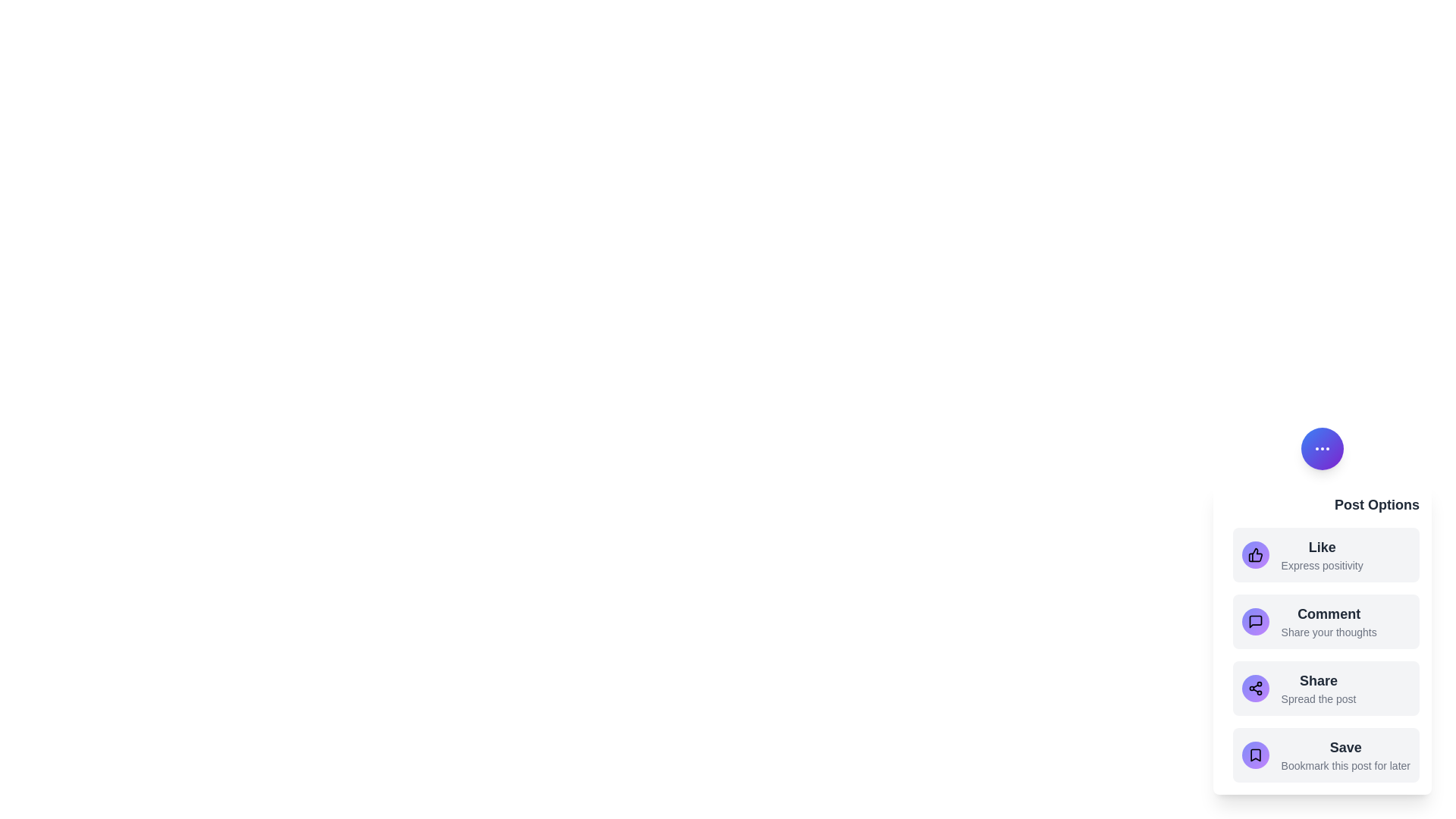 The height and width of the screenshot is (819, 1456). What do you see at coordinates (1321, 447) in the screenshot?
I see `the speed dial button to toggle the menu` at bounding box center [1321, 447].